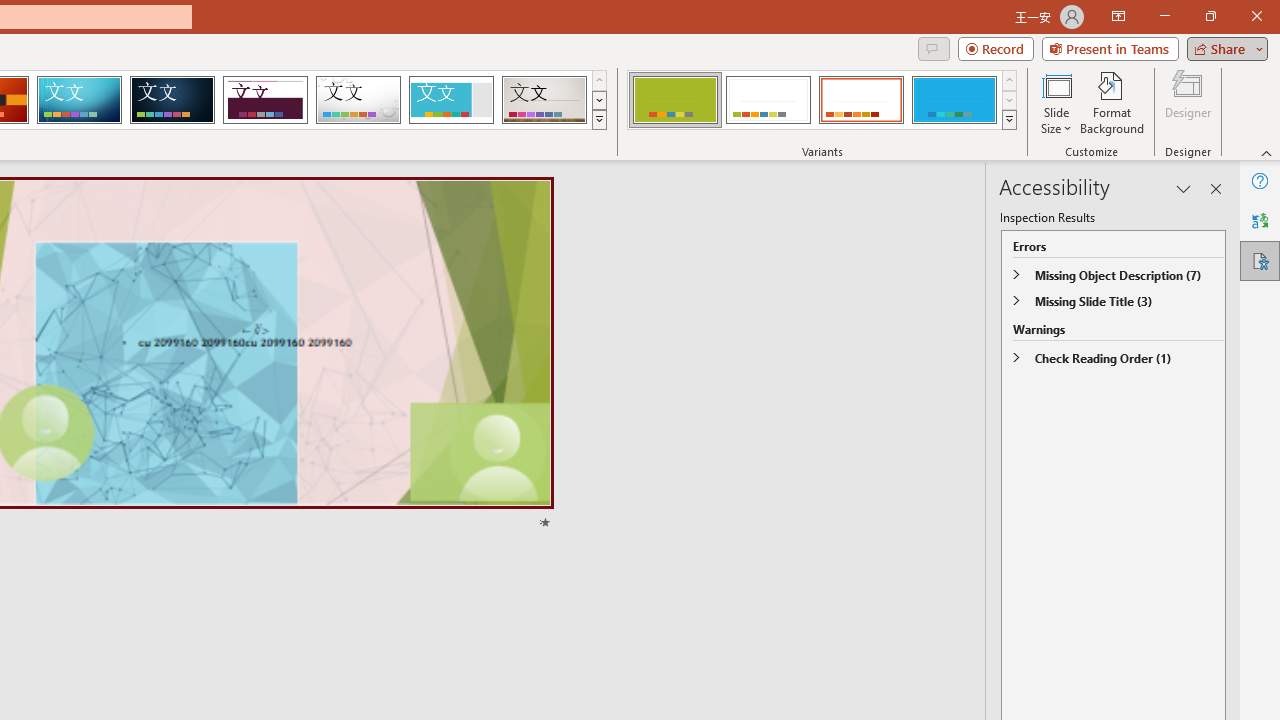 The width and height of the screenshot is (1280, 720). I want to click on 'Basis Variant 4', so click(953, 100).